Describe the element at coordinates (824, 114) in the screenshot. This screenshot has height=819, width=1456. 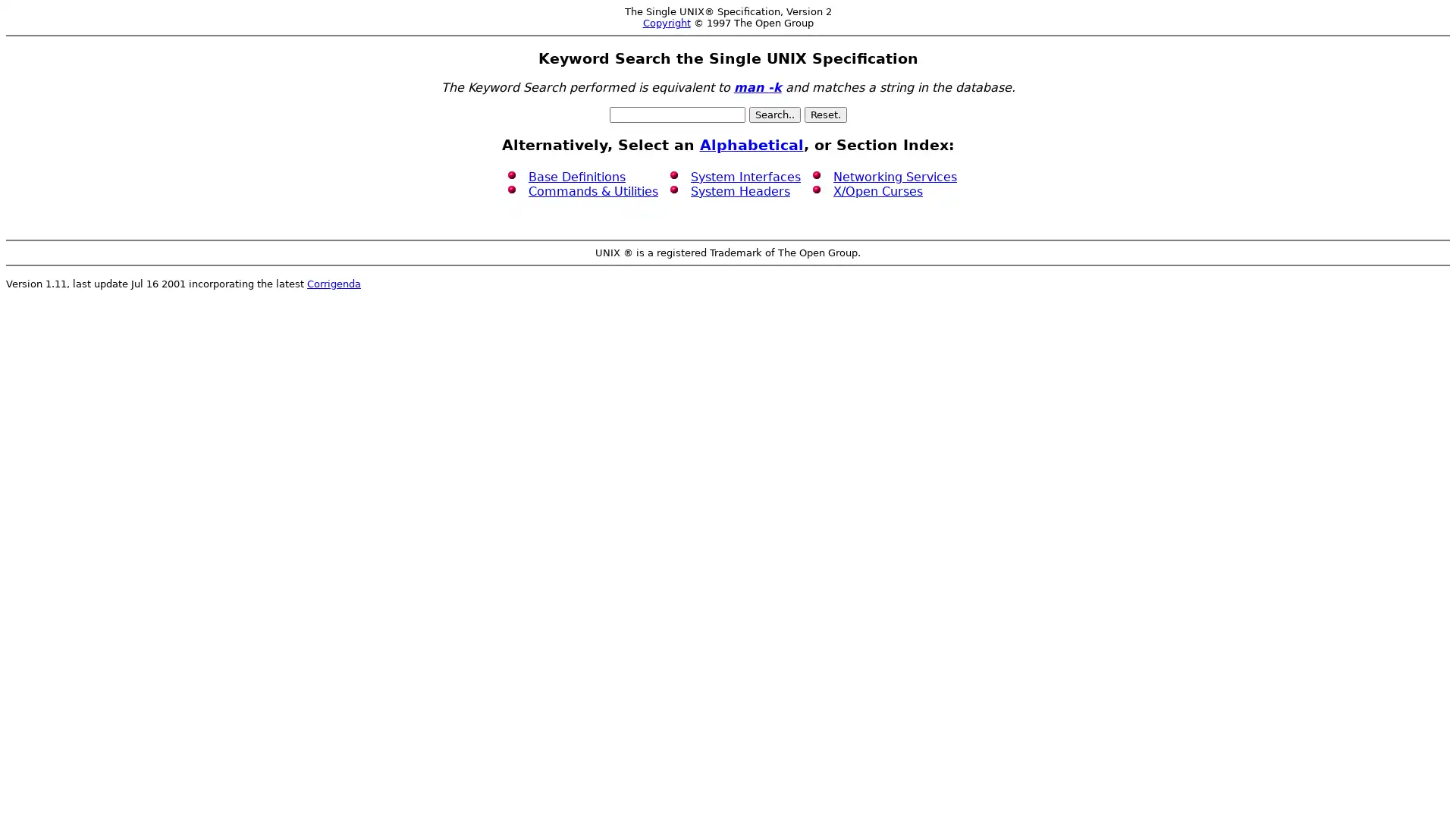
I see `Reset.` at that location.